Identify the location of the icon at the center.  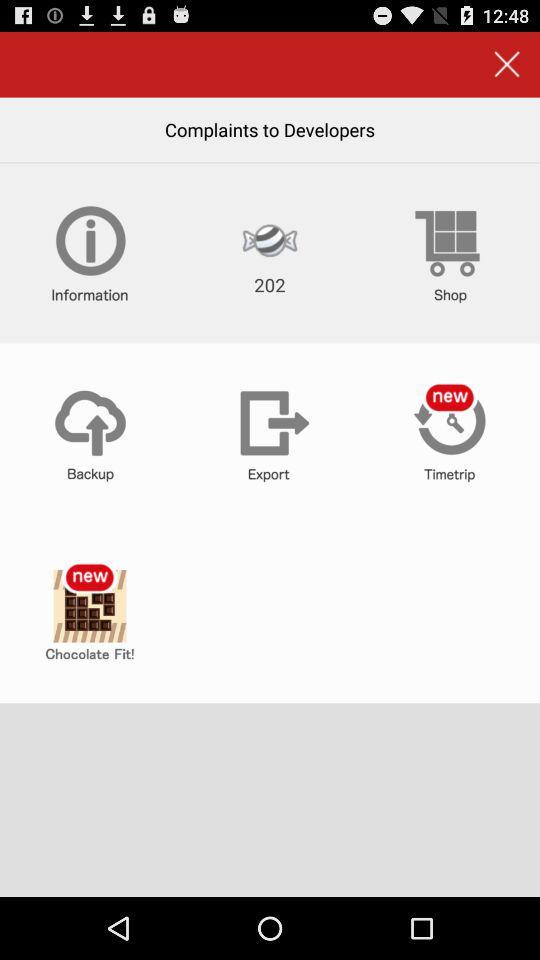
(270, 433).